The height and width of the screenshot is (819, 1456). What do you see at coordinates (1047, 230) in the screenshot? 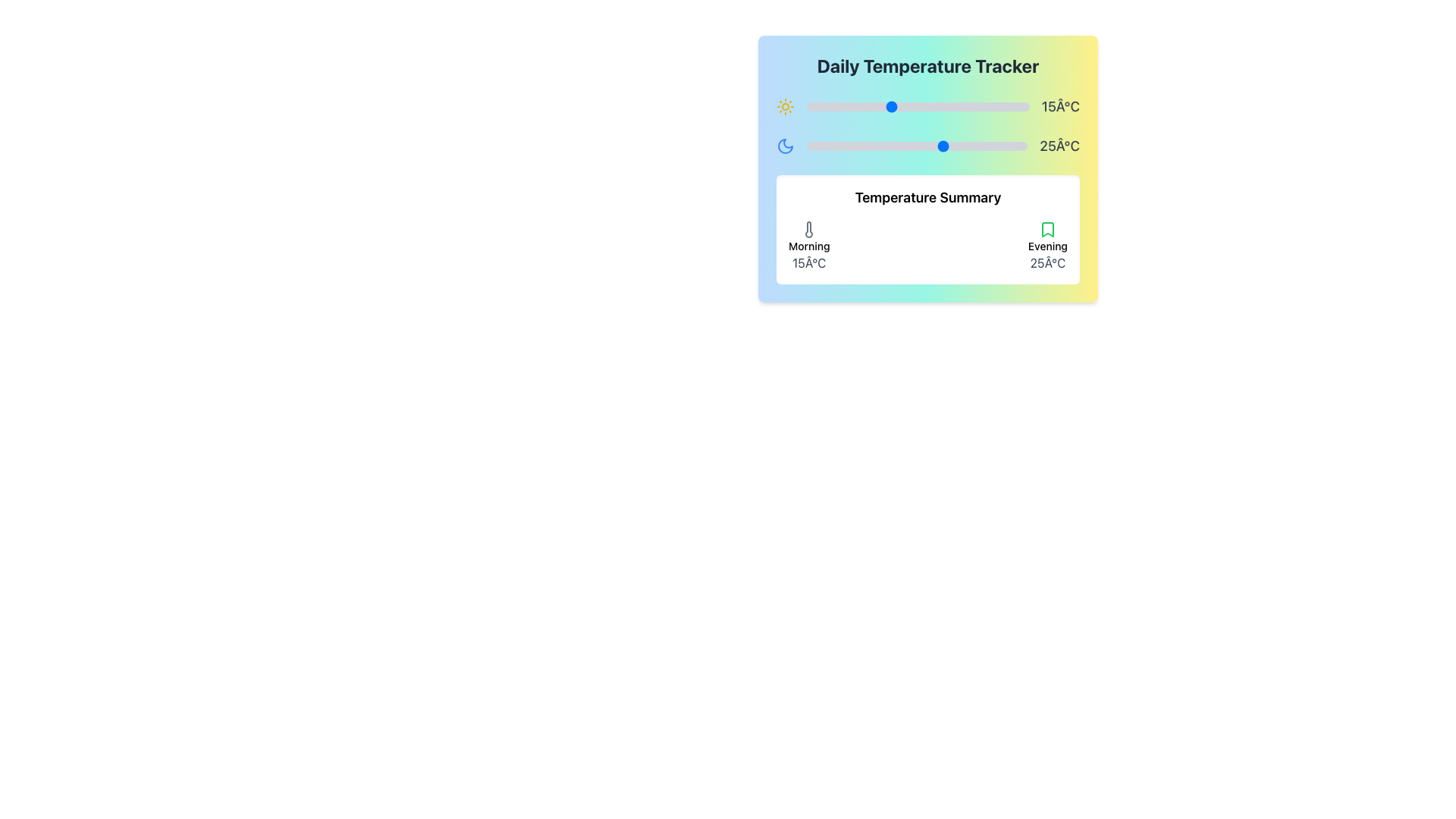
I see `the decorative SVG icon in the 'Temperature Summary' section of the 'Daily Temperature Tracker', located adjacent to the 'Evening' label and its temperature reading, indicating the evening temperature` at bounding box center [1047, 230].